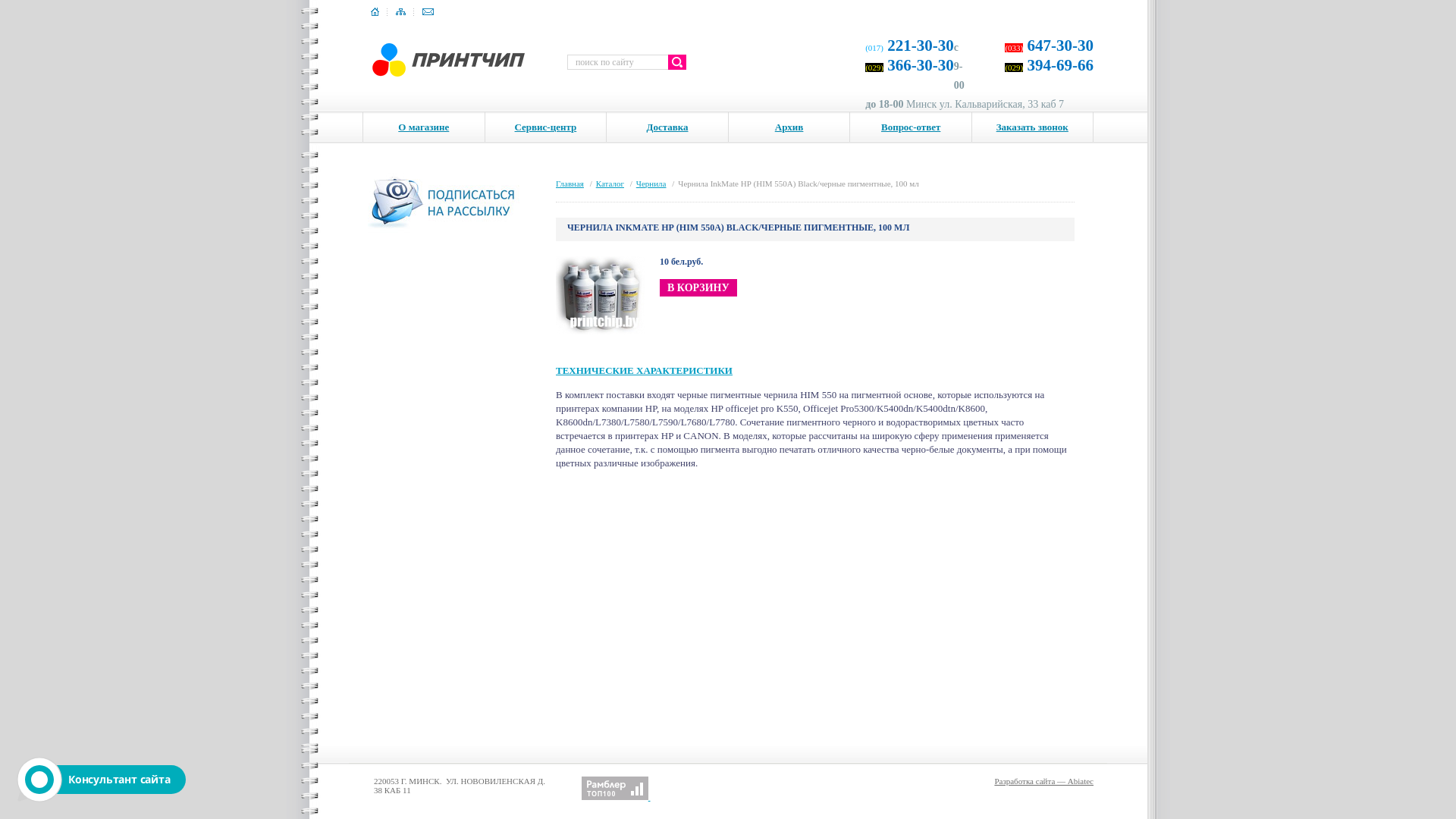 The image size is (1456, 819). What do you see at coordinates (615, 787) in the screenshot?
I see `'Rambler's Top100'` at bounding box center [615, 787].